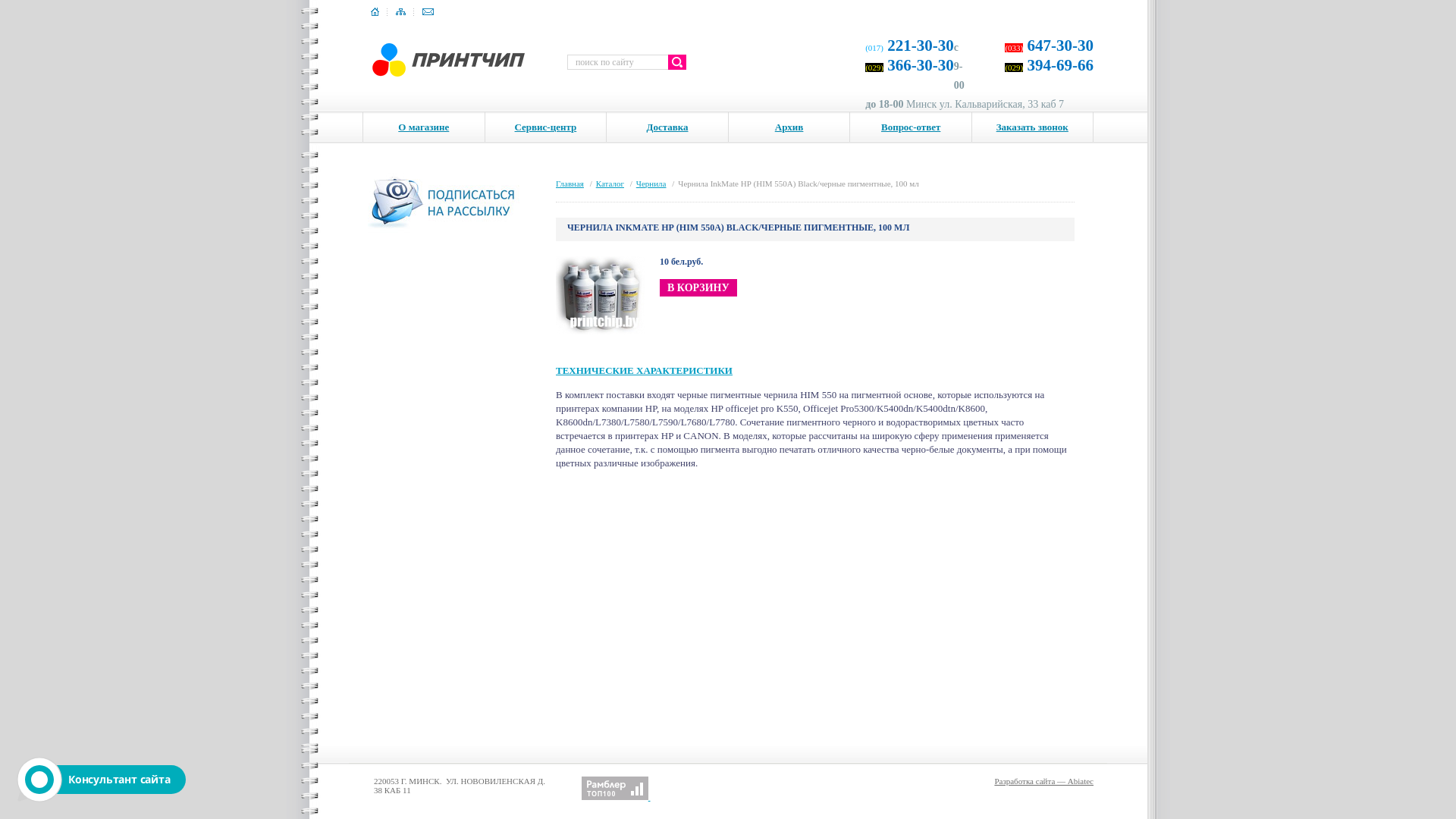 The image size is (1456, 819). What do you see at coordinates (615, 787) in the screenshot?
I see `'Rambler's Top100'` at bounding box center [615, 787].